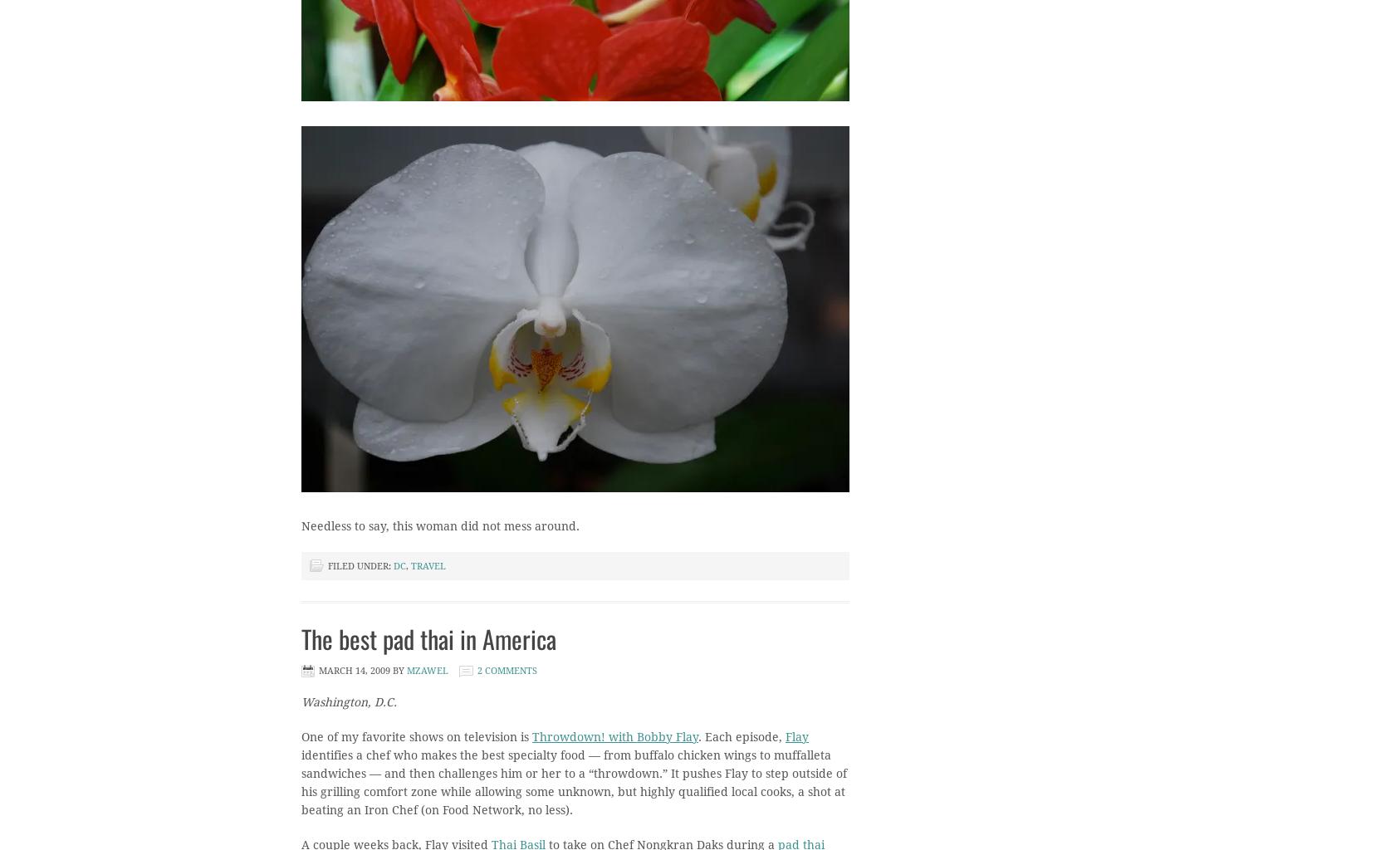 The image size is (1400, 850). I want to click on 'Flay', so click(796, 737).